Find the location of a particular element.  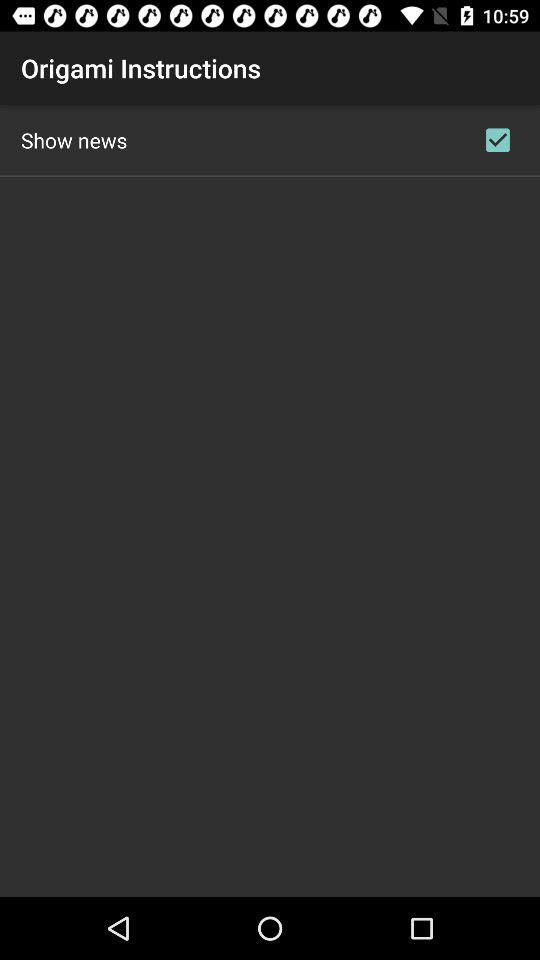

the icon at the top right corner is located at coordinates (496, 139).